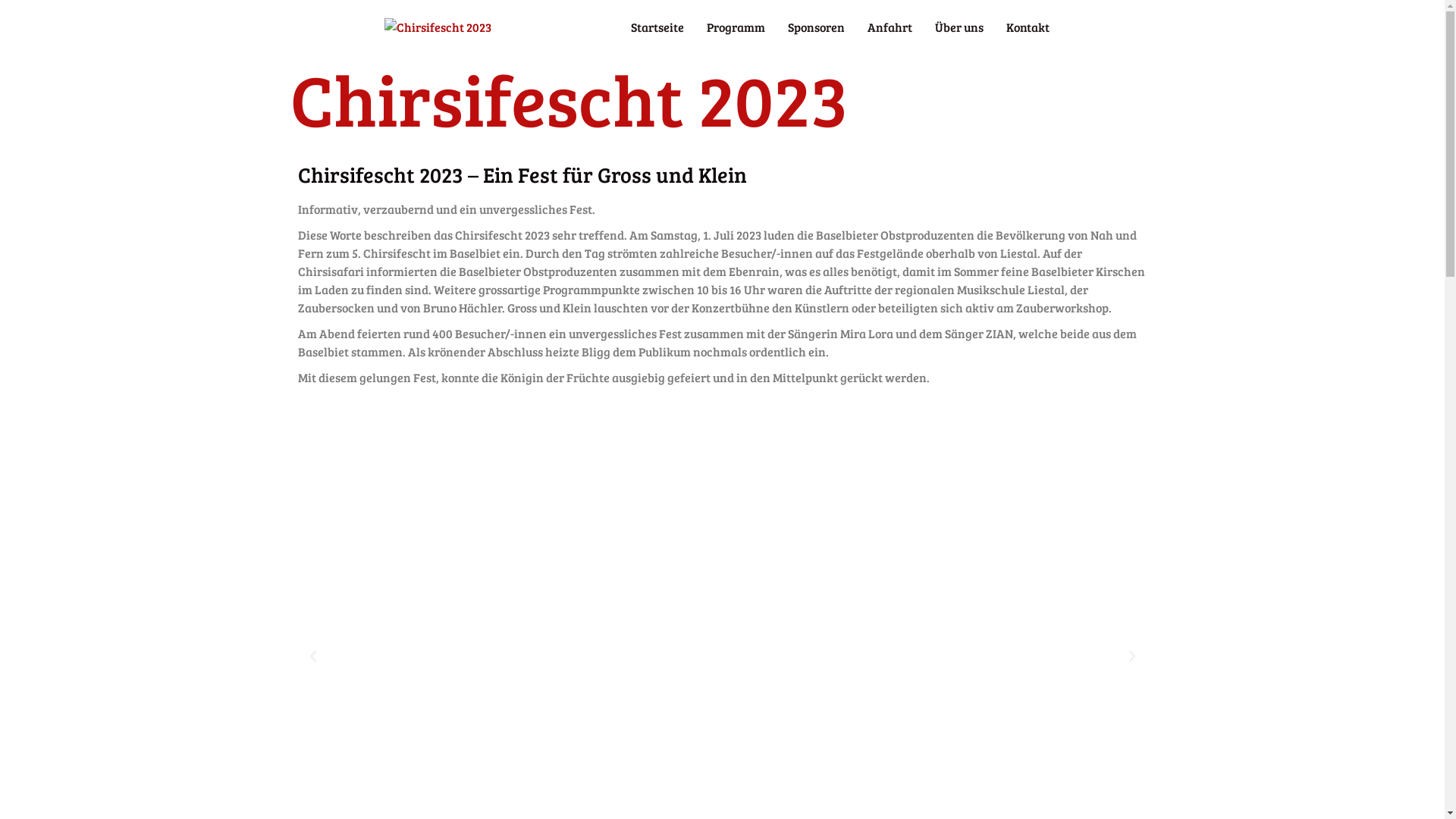  Describe the element at coordinates (855, 27) in the screenshot. I see `'Anfahrt'` at that location.